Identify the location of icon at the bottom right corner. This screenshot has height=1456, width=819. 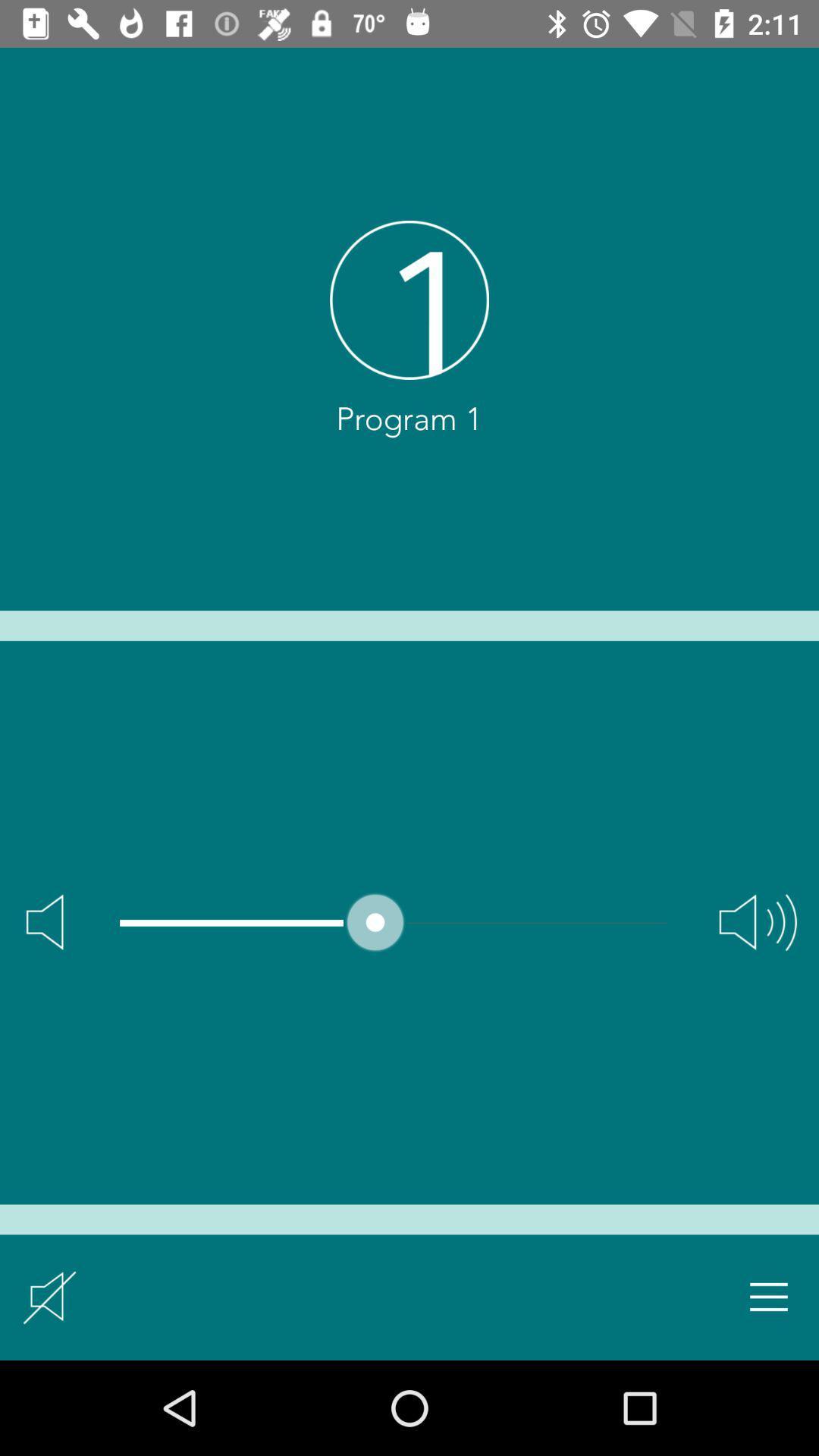
(769, 1296).